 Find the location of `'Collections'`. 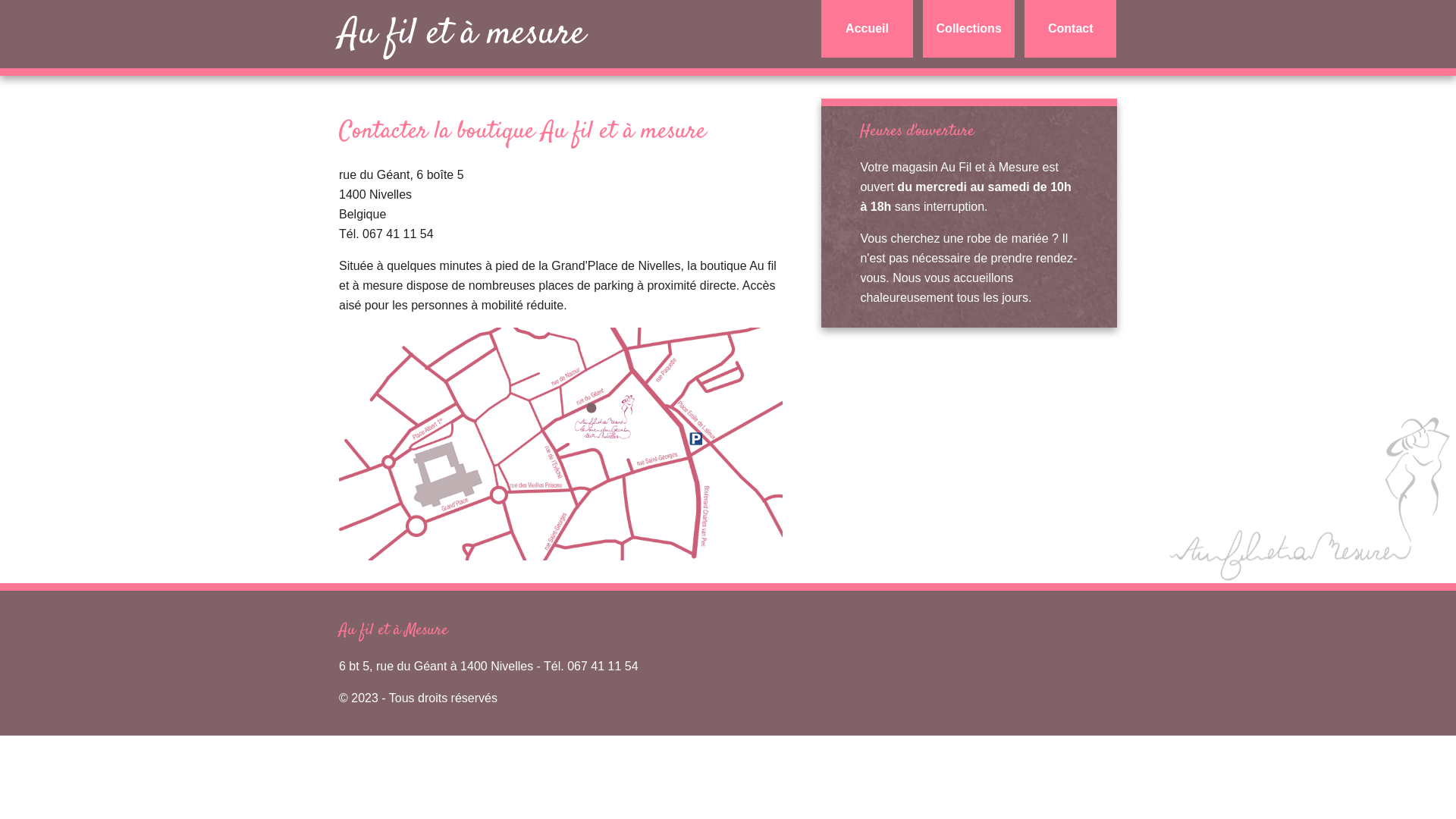

'Collections' is located at coordinates (968, 29).